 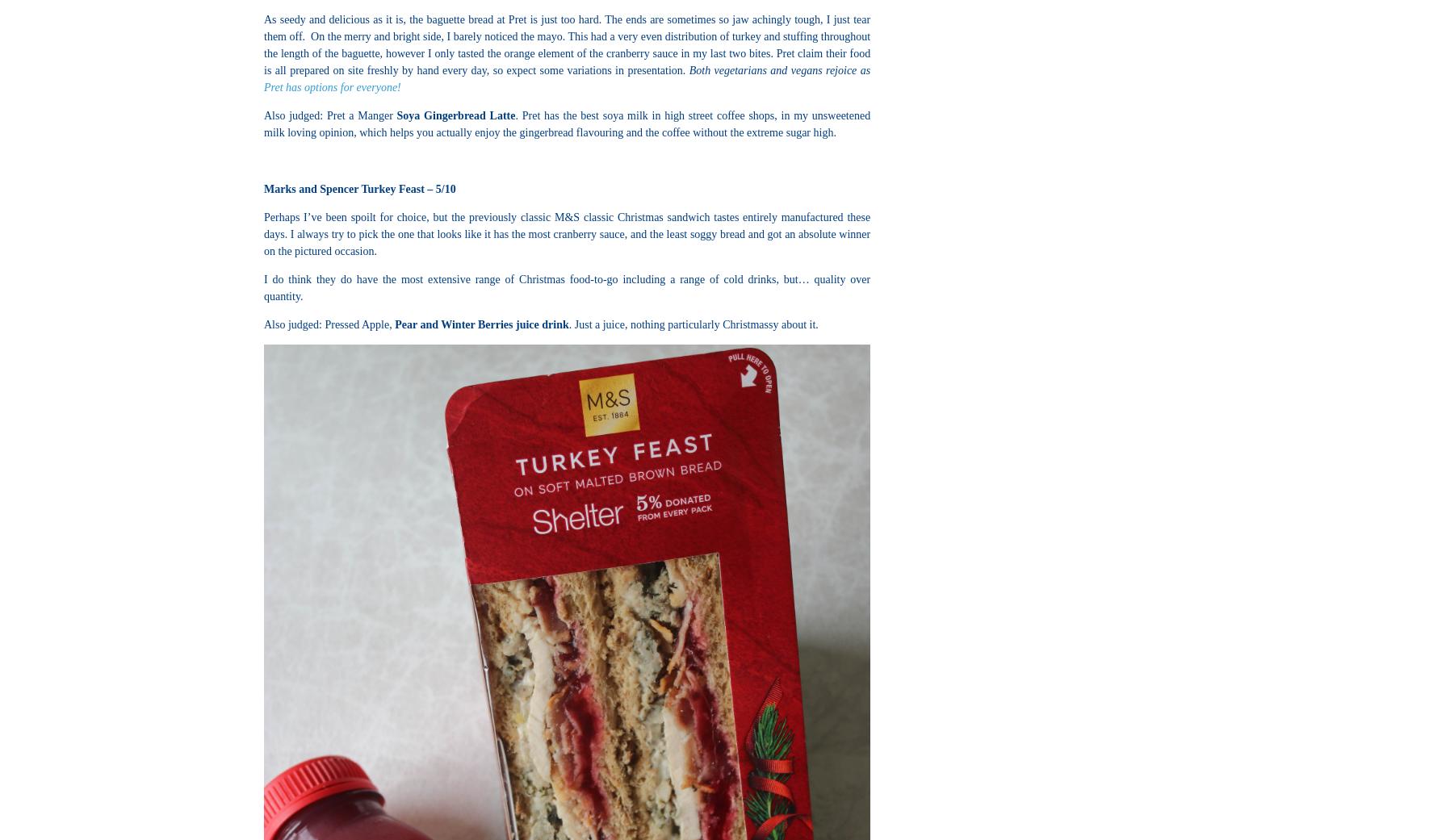 I want to click on 'Pret has options for everyone!', so click(x=331, y=87).